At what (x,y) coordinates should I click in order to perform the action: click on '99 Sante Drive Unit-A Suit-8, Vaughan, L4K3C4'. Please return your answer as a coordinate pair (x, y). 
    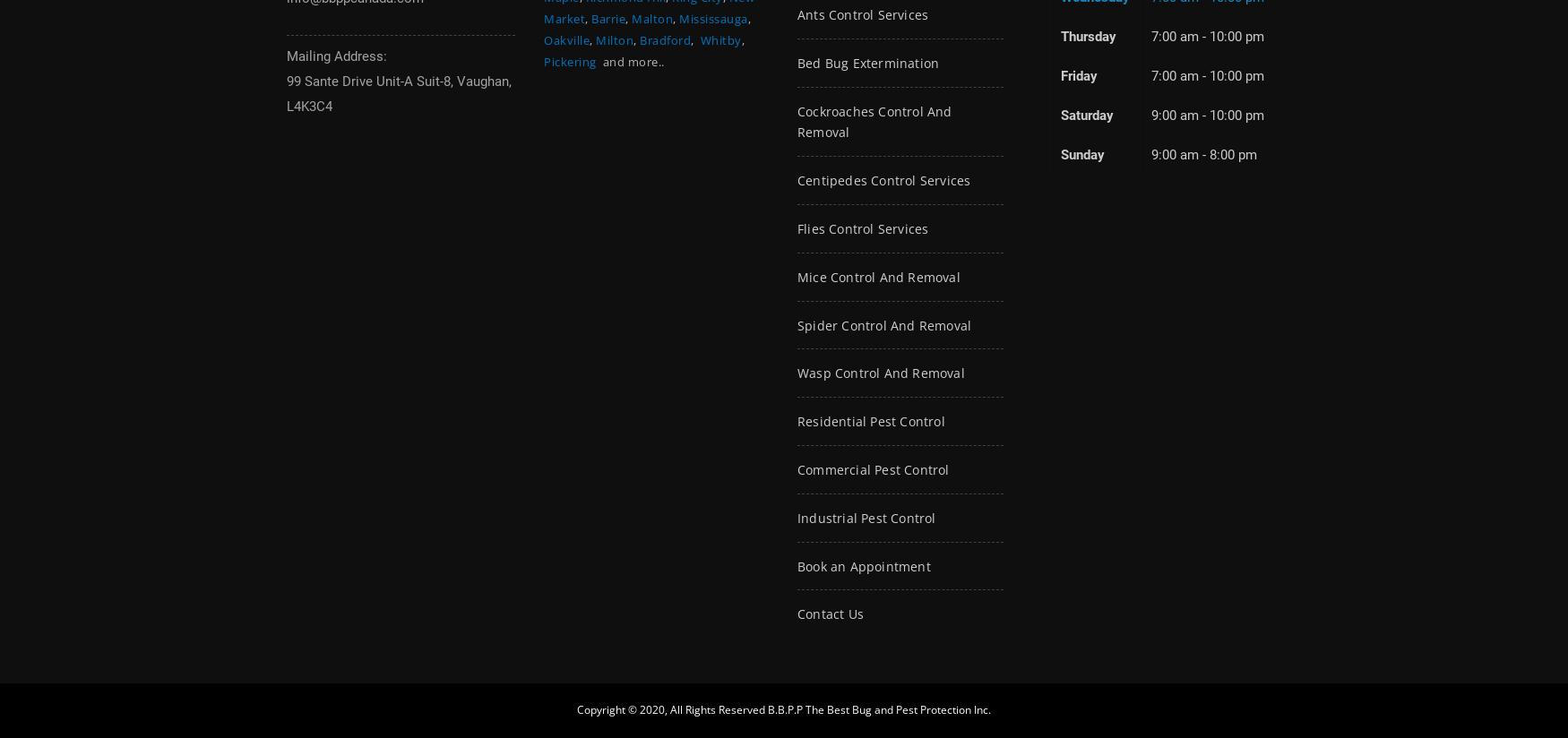
    Looking at the image, I should click on (399, 93).